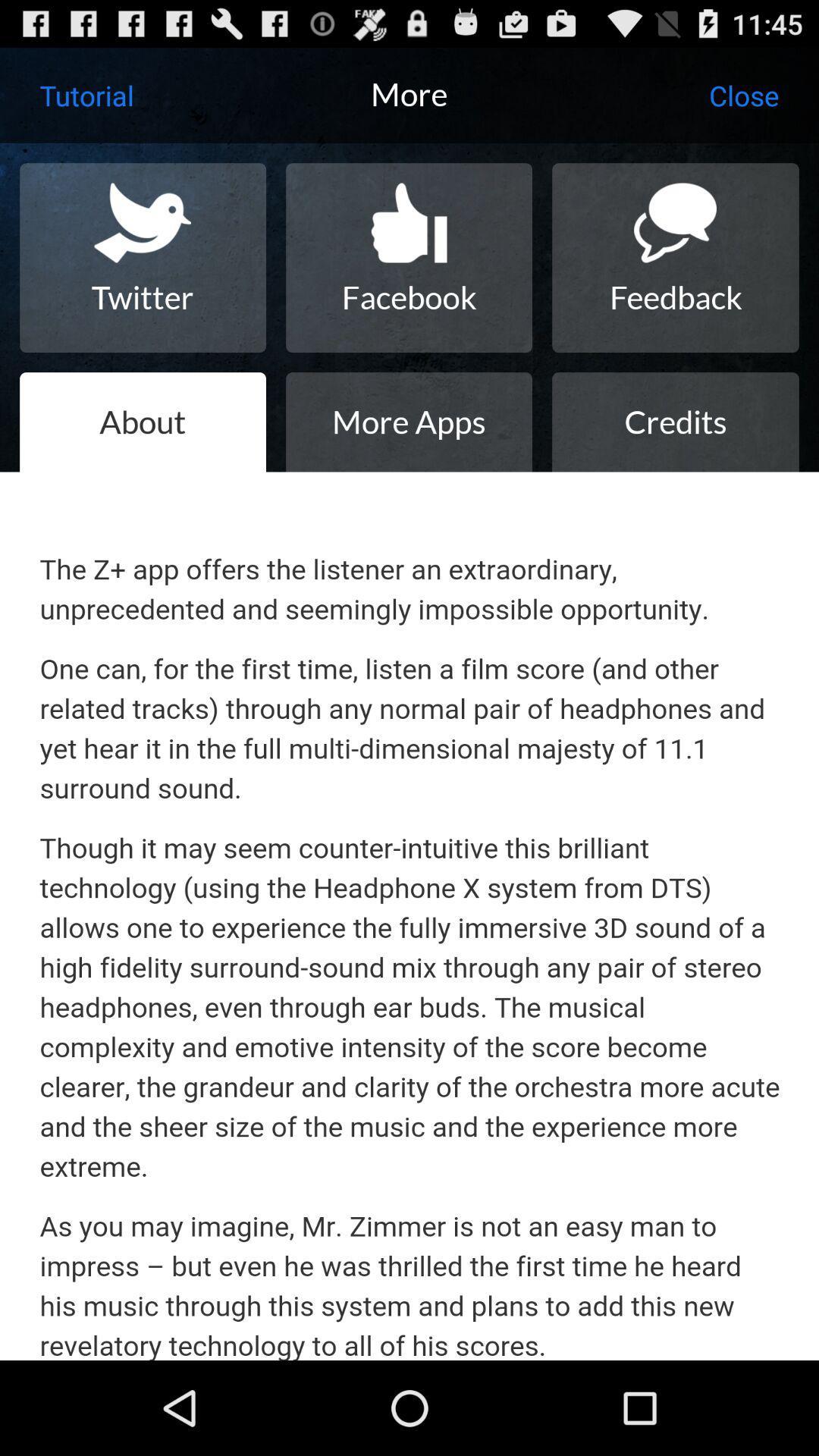 The image size is (819, 1456). Describe the element at coordinates (408, 422) in the screenshot. I see `the more apps icon` at that location.